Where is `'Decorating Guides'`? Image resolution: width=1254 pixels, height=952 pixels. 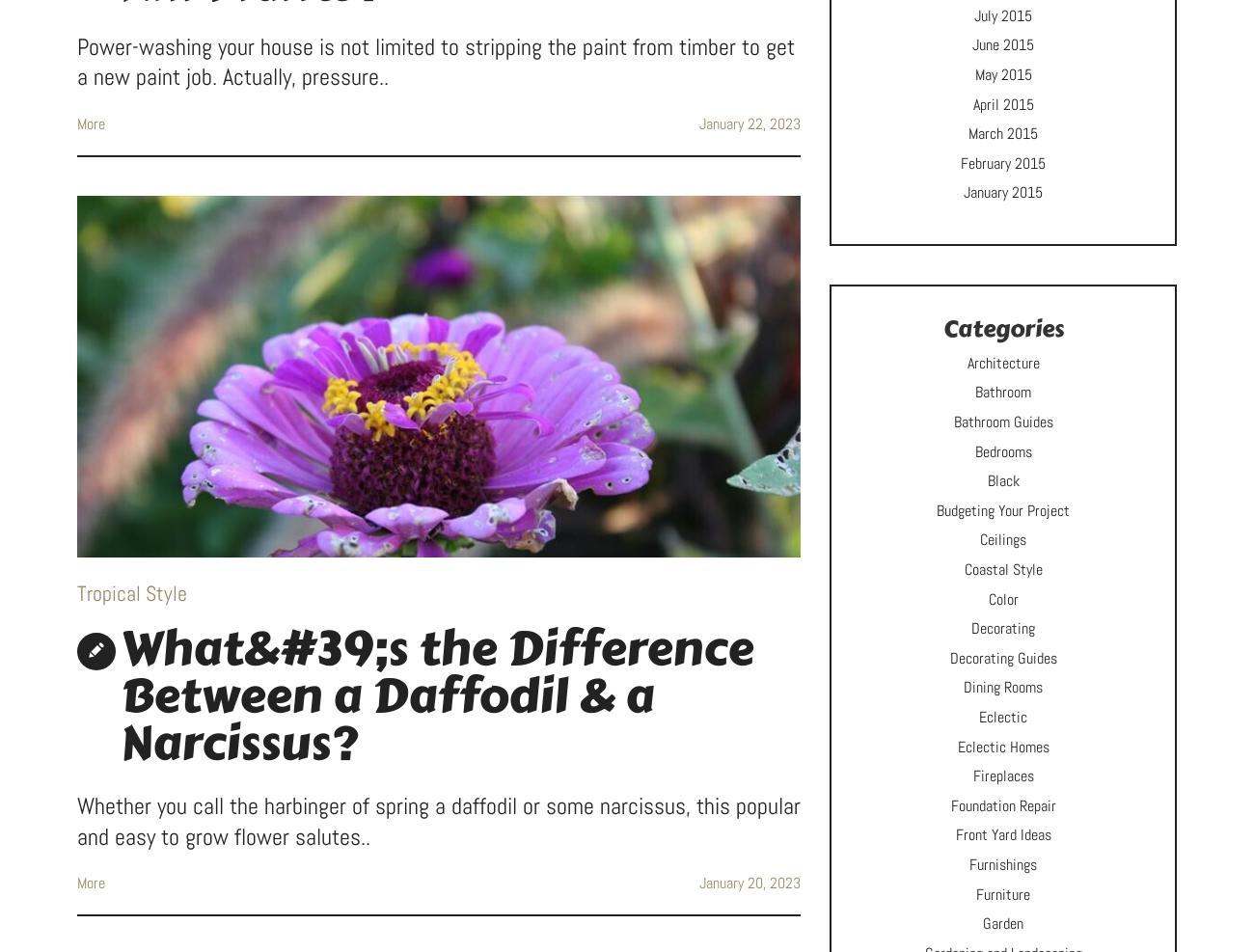
'Decorating Guides' is located at coordinates (1002, 657).